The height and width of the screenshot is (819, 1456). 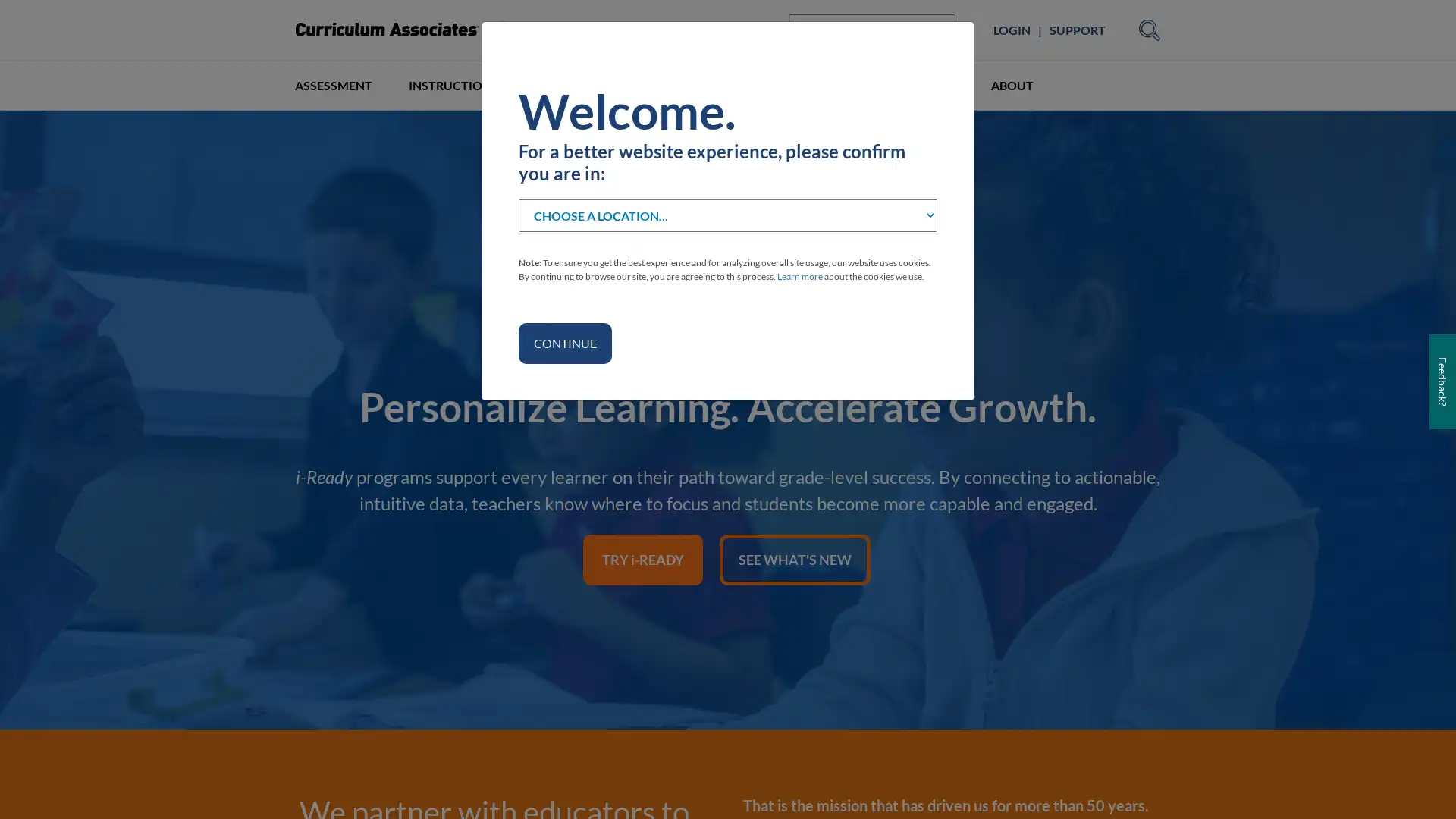 What do you see at coordinates (1150, 30) in the screenshot?
I see `Submit Search` at bounding box center [1150, 30].